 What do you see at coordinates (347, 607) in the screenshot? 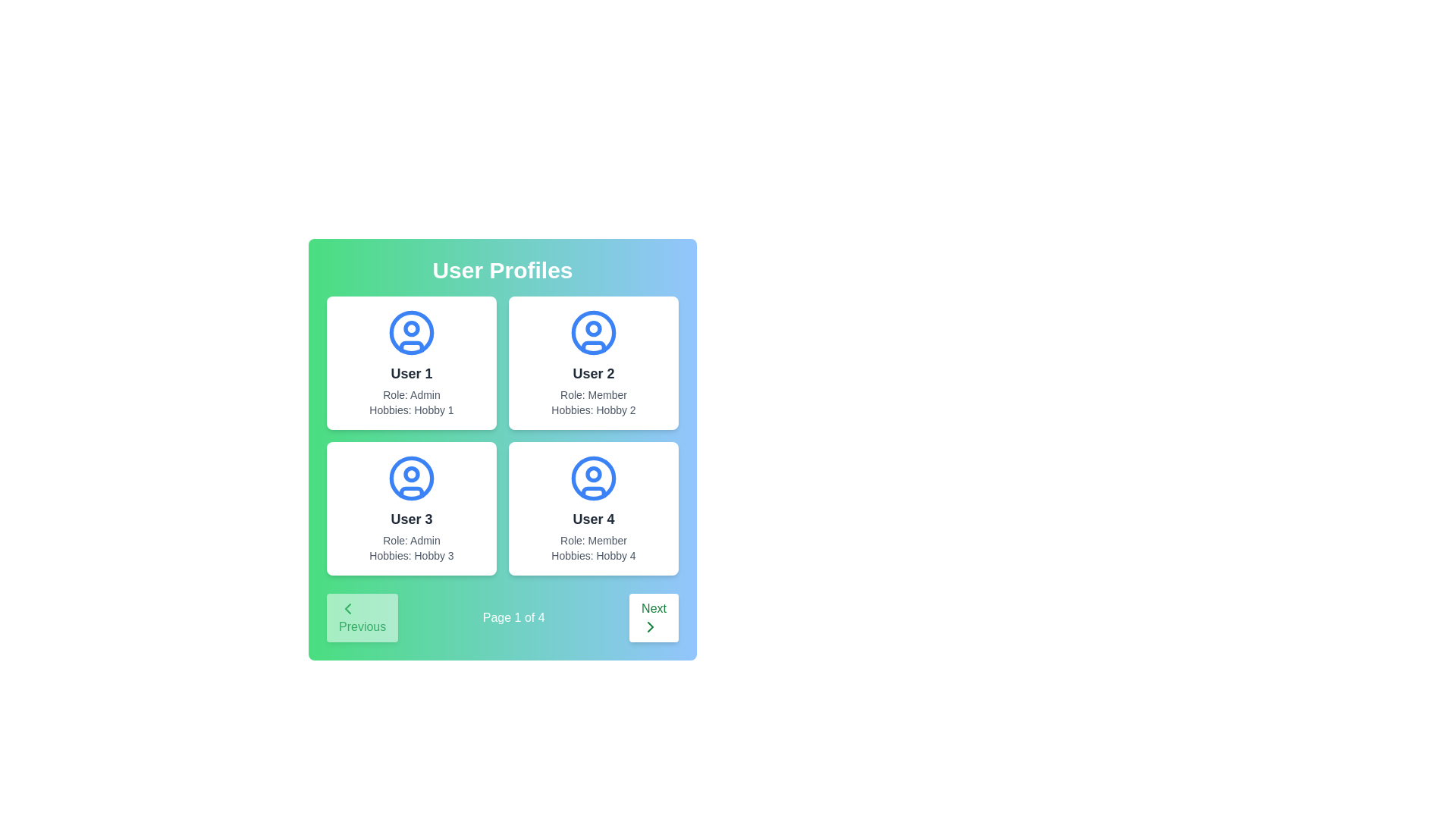
I see `the left-pointing chevron arrow icon within the 'Previous' button located in the bottom left corner of the interface` at bounding box center [347, 607].